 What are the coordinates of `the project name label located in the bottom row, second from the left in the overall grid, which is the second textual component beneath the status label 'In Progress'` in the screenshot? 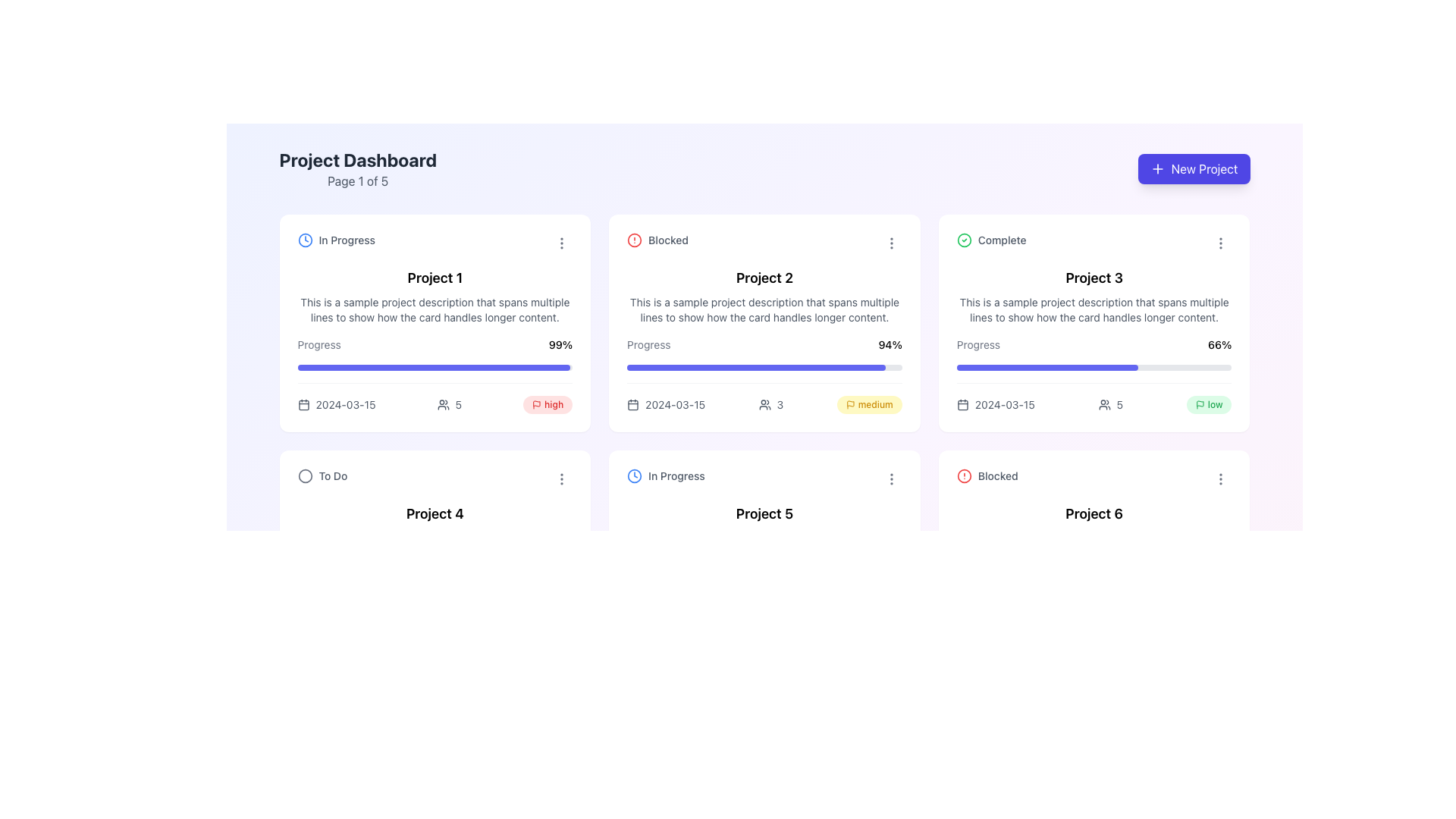 It's located at (764, 513).